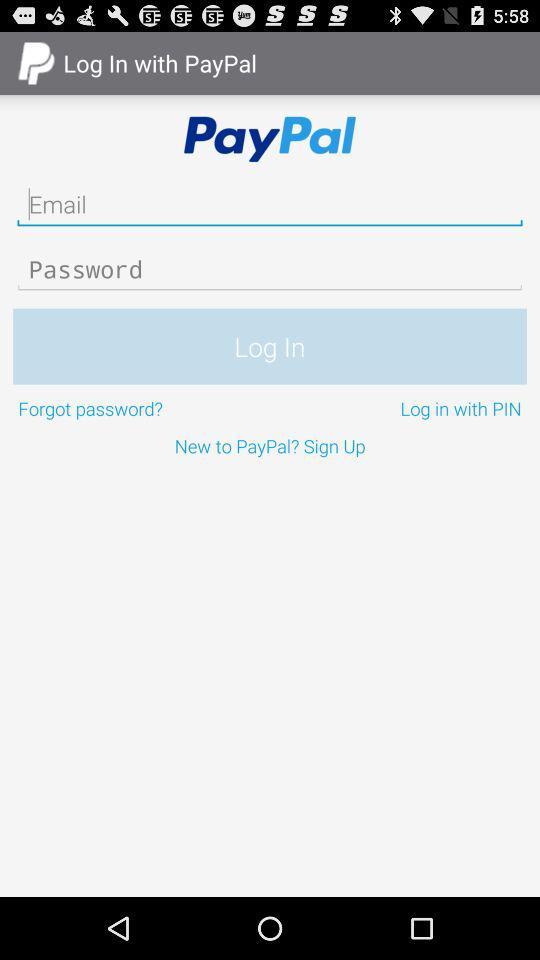 The height and width of the screenshot is (960, 540). I want to click on the forgot password? item, so click(140, 407).